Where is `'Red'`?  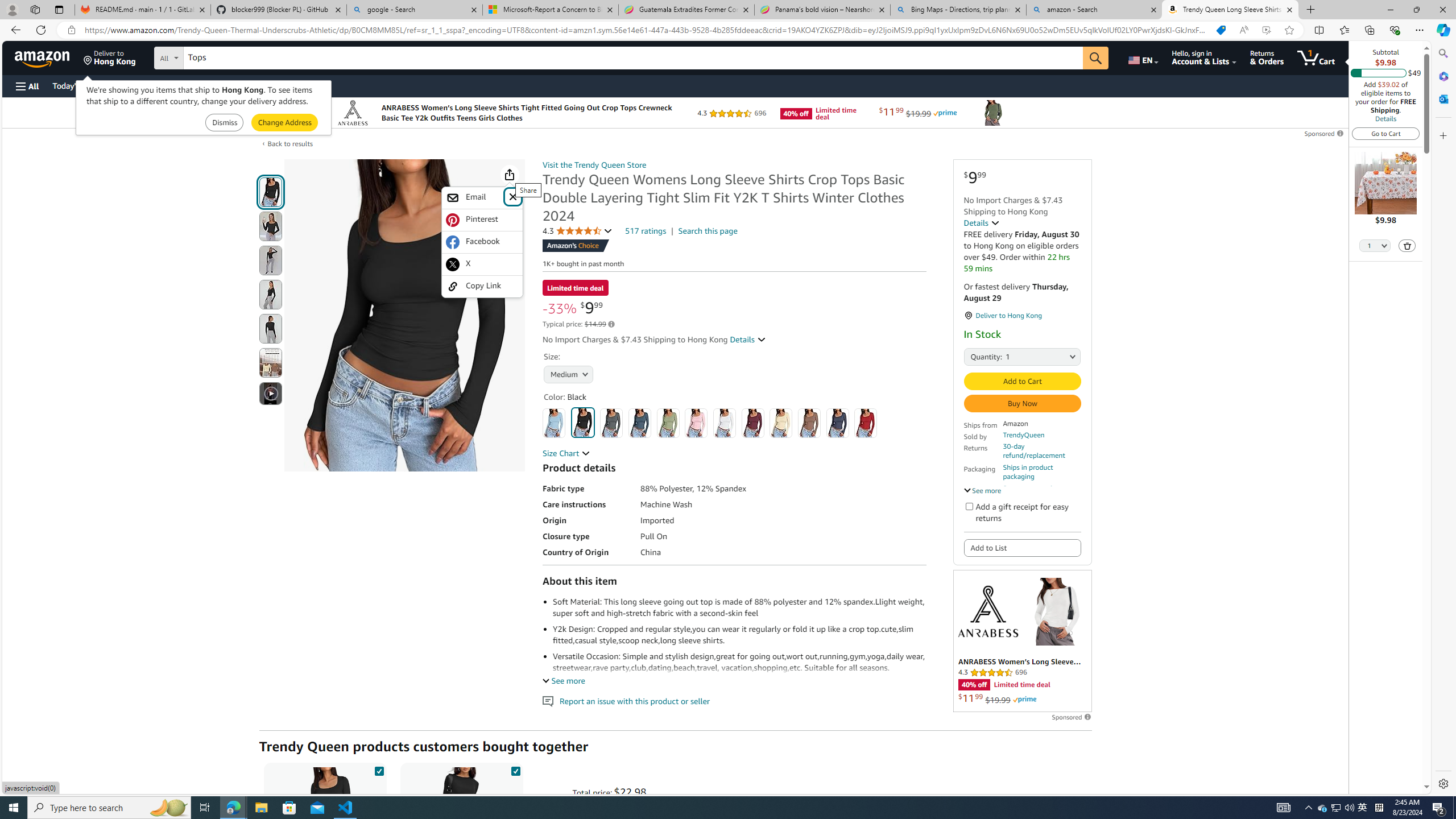
'Red' is located at coordinates (864, 422).